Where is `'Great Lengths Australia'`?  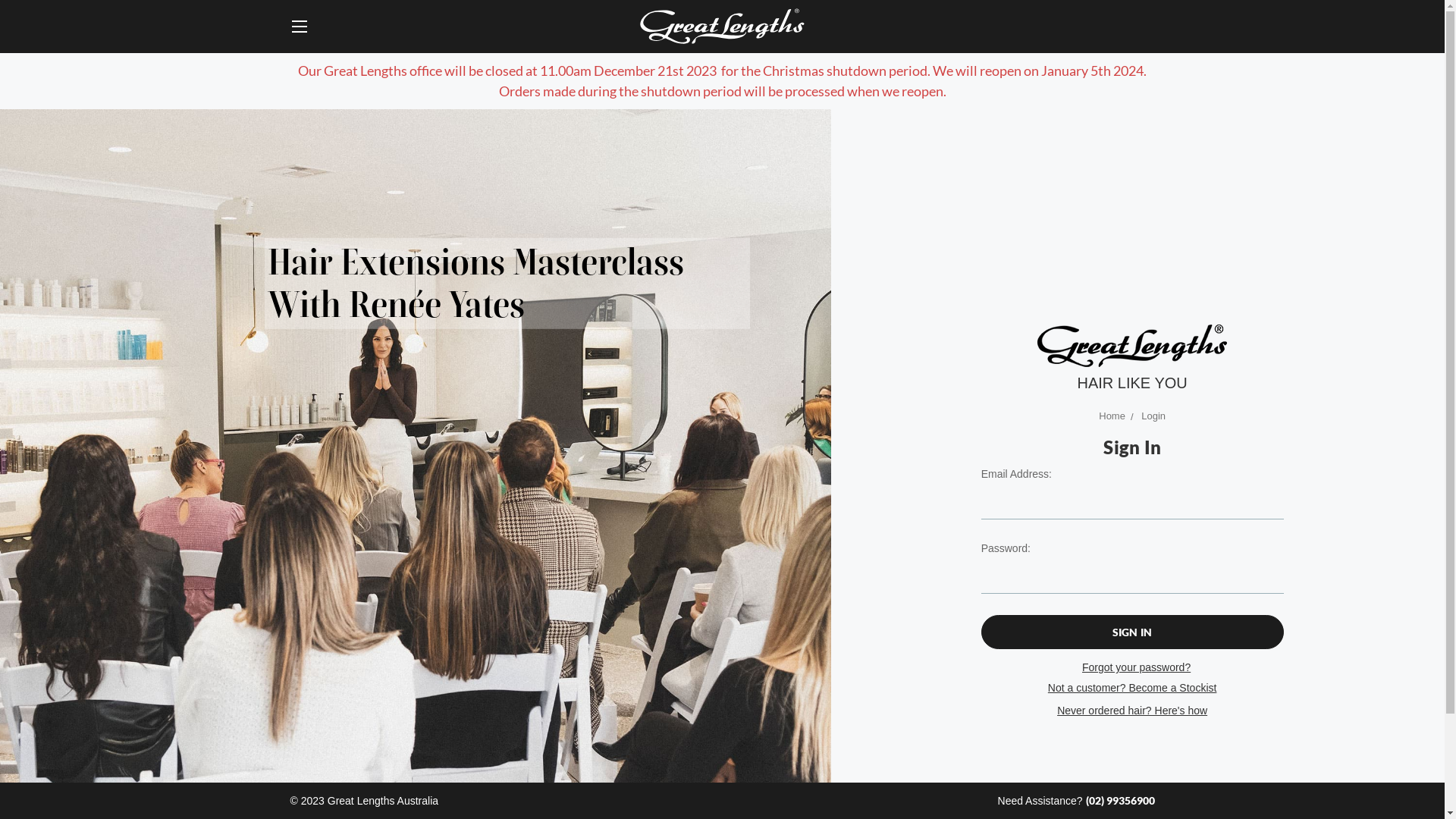
'Great Lengths Australia' is located at coordinates (721, 26).